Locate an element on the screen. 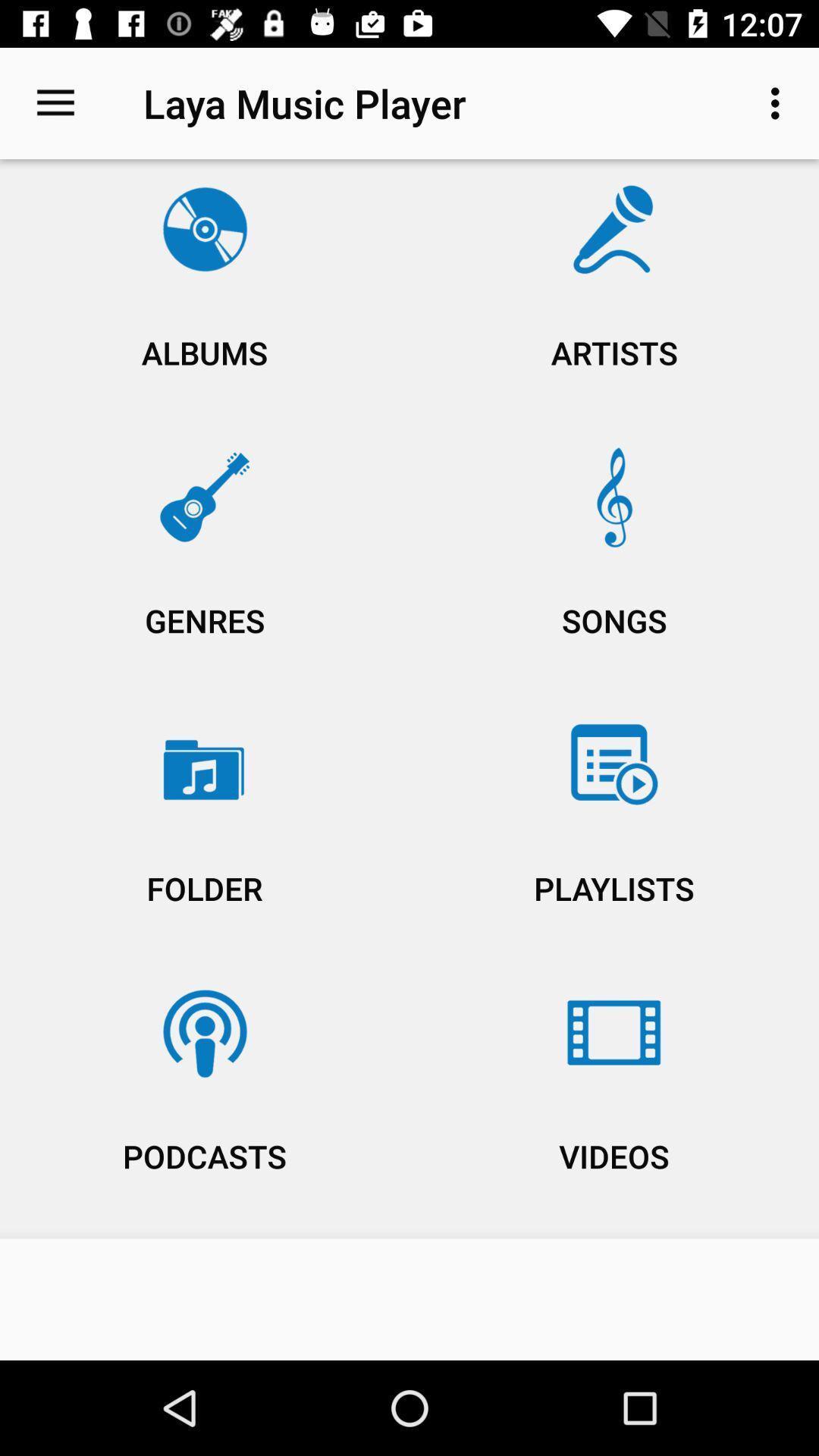 The height and width of the screenshot is (1456, 819). the videos item is located at coordinates (614, 1100).